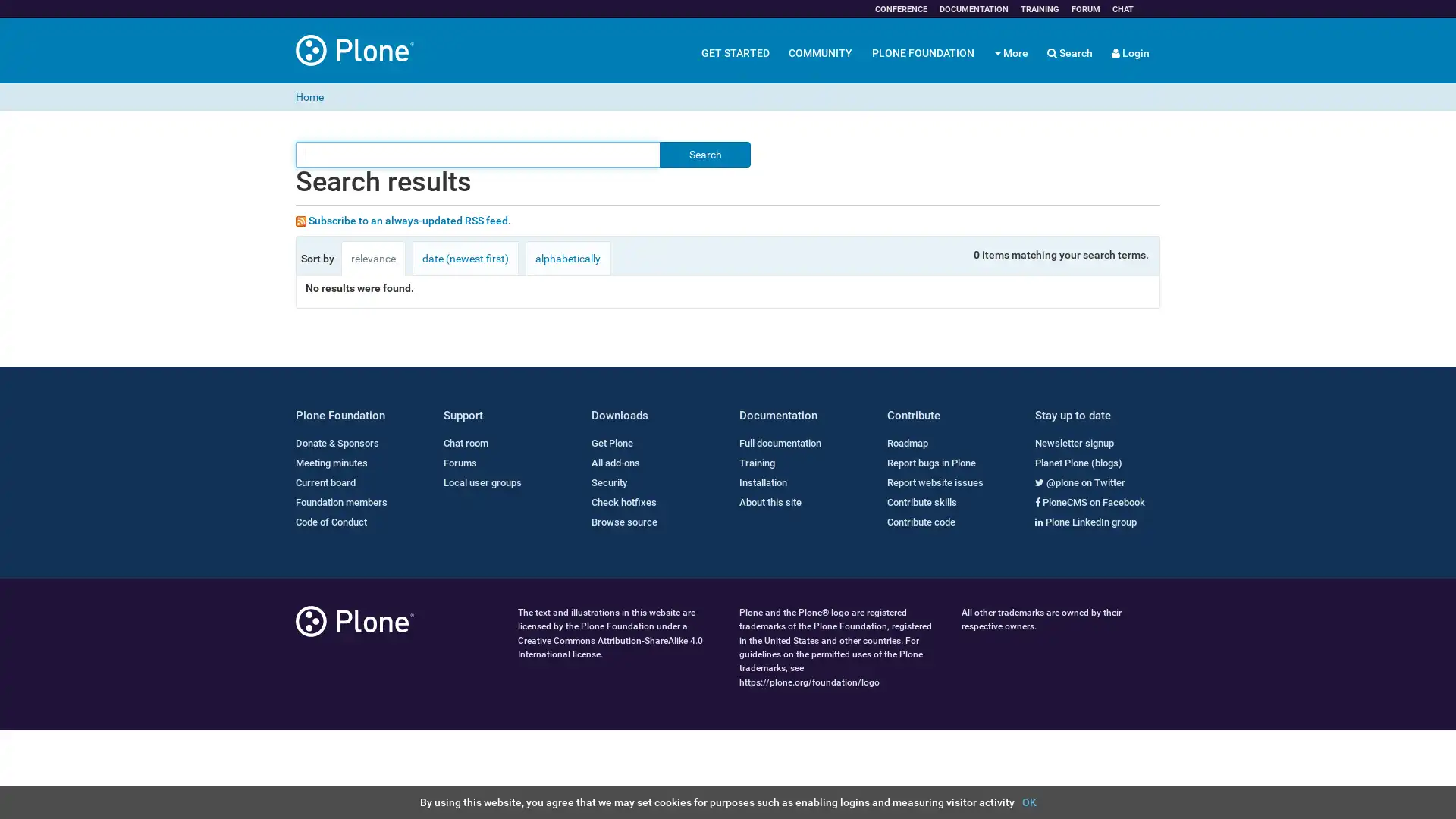  I want to click on Search, so click(704, 155).